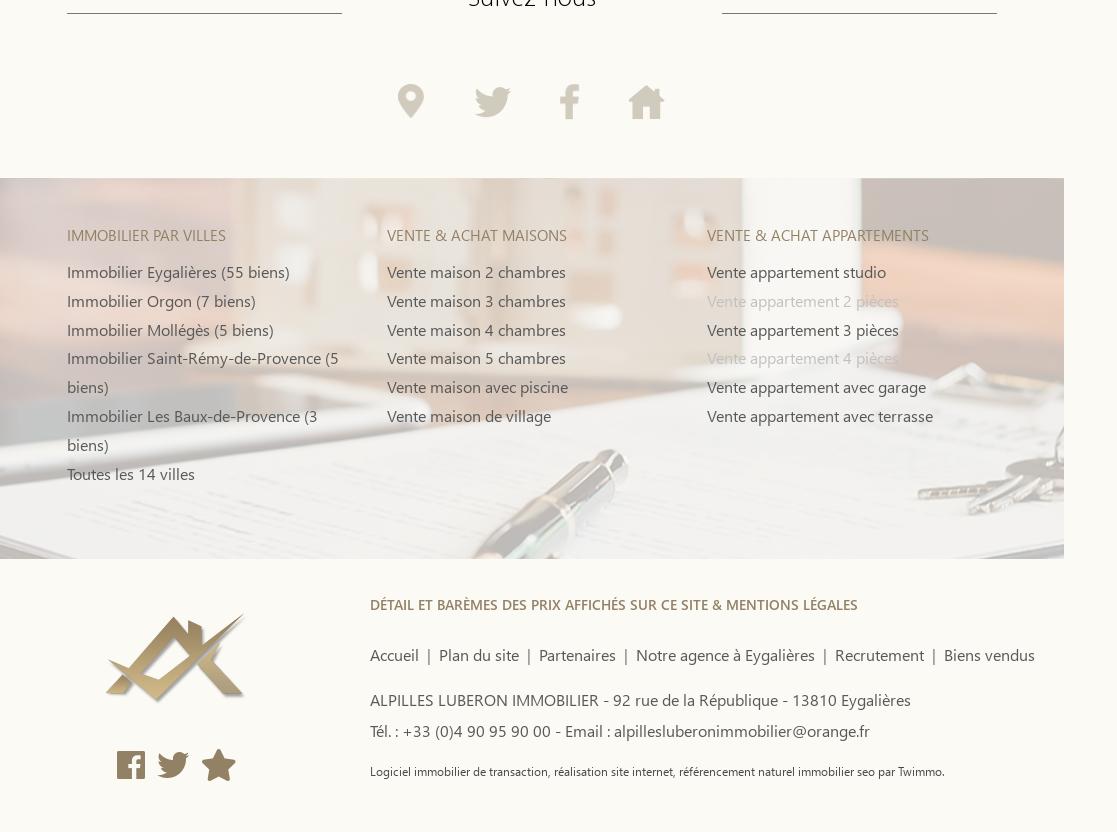 The image size is (1117, 832). Describe the element at coordinates (575, 654) in the screenshot. I see `'Partenaires'` at that location.